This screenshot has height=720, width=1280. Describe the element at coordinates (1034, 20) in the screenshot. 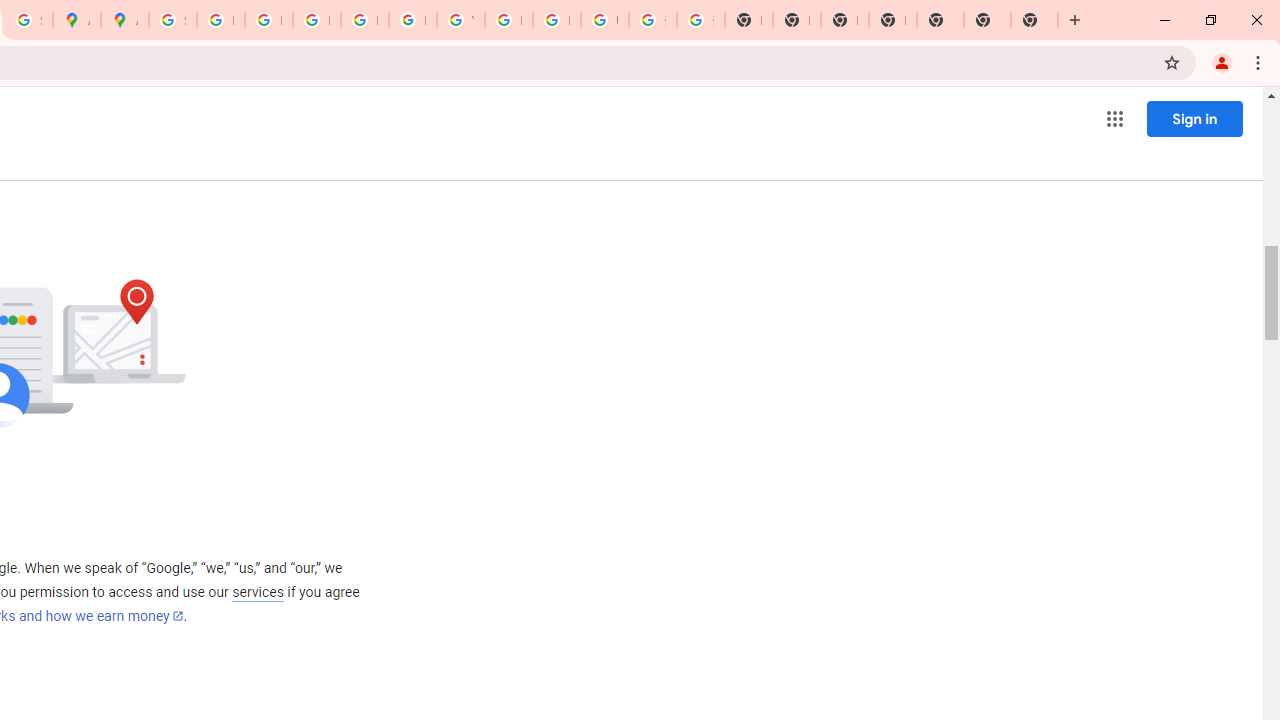

I see `'New Tab'` at that location.